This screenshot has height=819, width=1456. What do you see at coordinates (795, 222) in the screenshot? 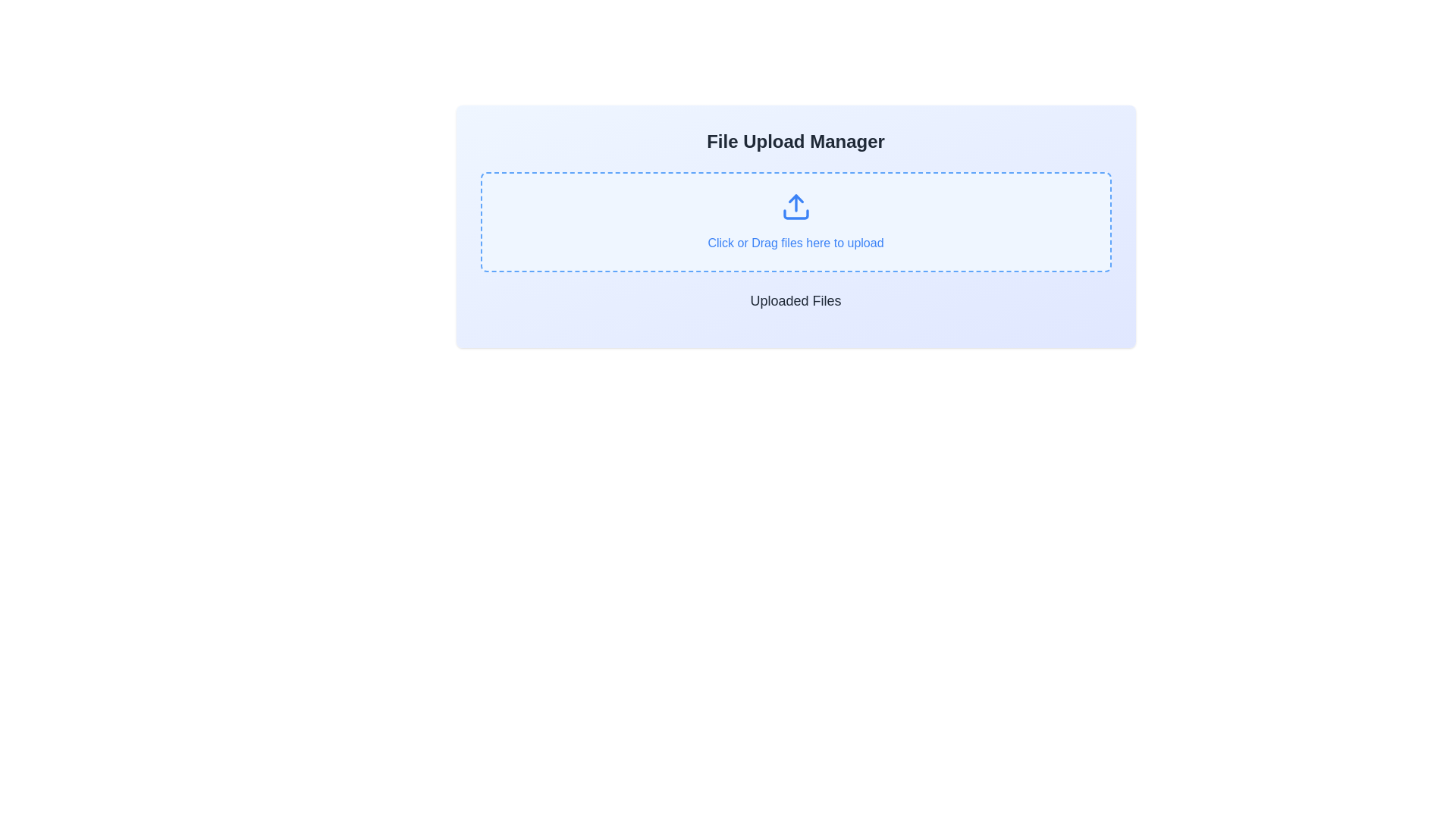
I see `the Interactive file upload zone located beneath the 'File Upload Manager' title and above the 'Uploaded Files' text` at bounding box center [795, 222].